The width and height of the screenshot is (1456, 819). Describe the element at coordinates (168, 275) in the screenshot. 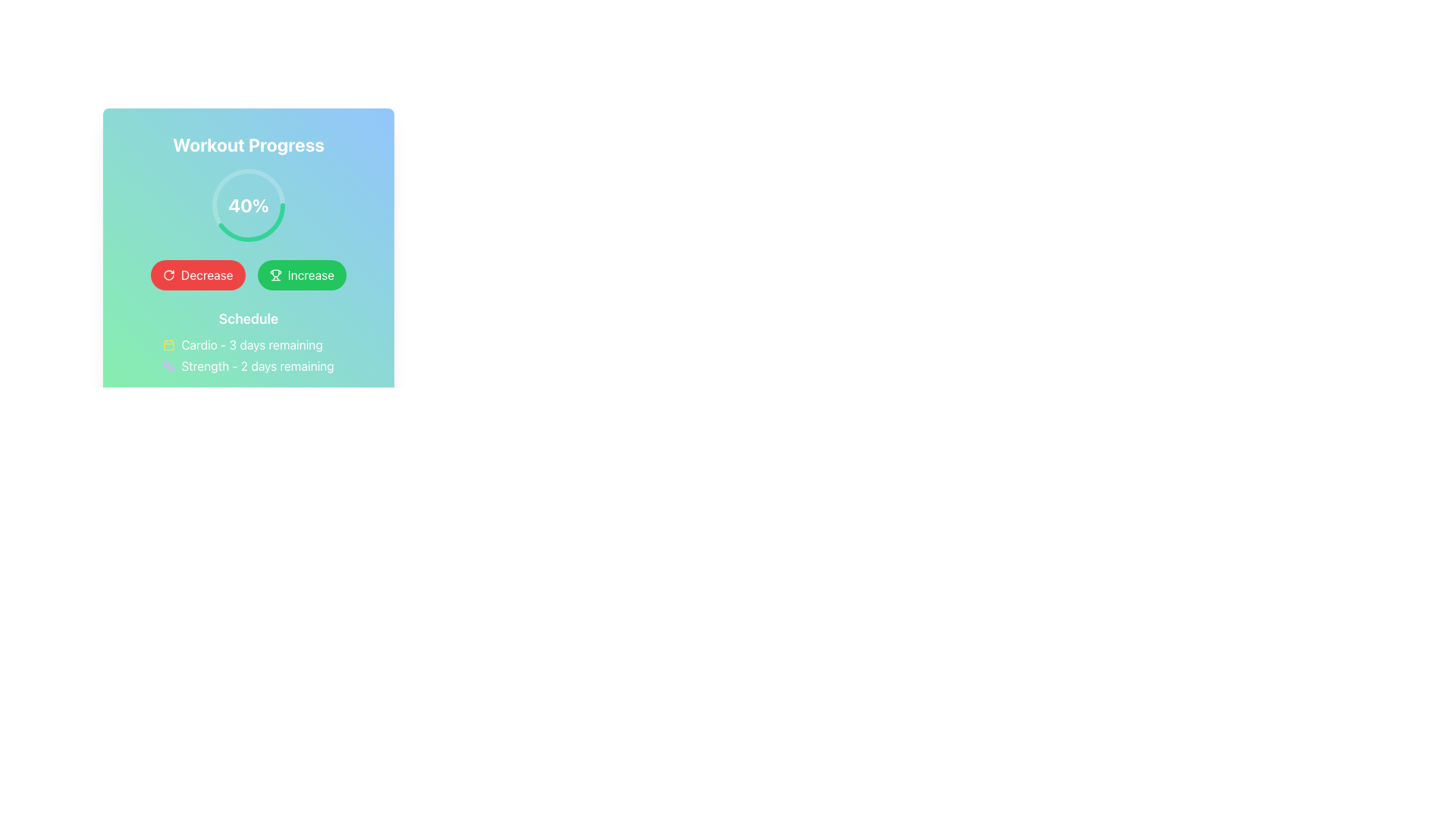

I see `the 'Decrease' button which contains a vector icon representing the 'Decrease' action, located below the circular progress indicator displaying '40%'` at that location.